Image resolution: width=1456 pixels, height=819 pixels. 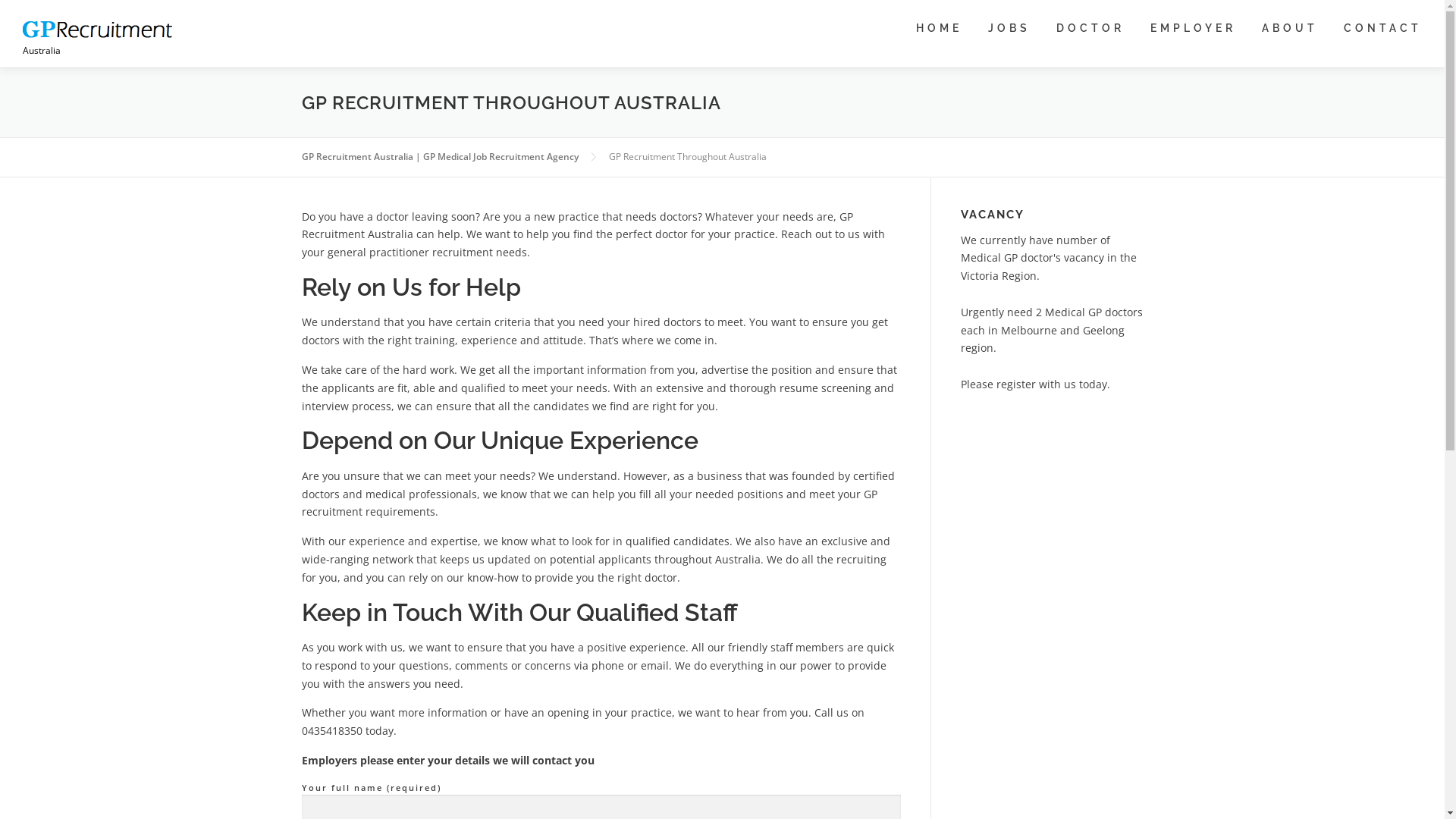 What do you see at coordinates (1288, 28) in the screenshot?
I see `'ABOUT'` at bounding box center [1288, 28].